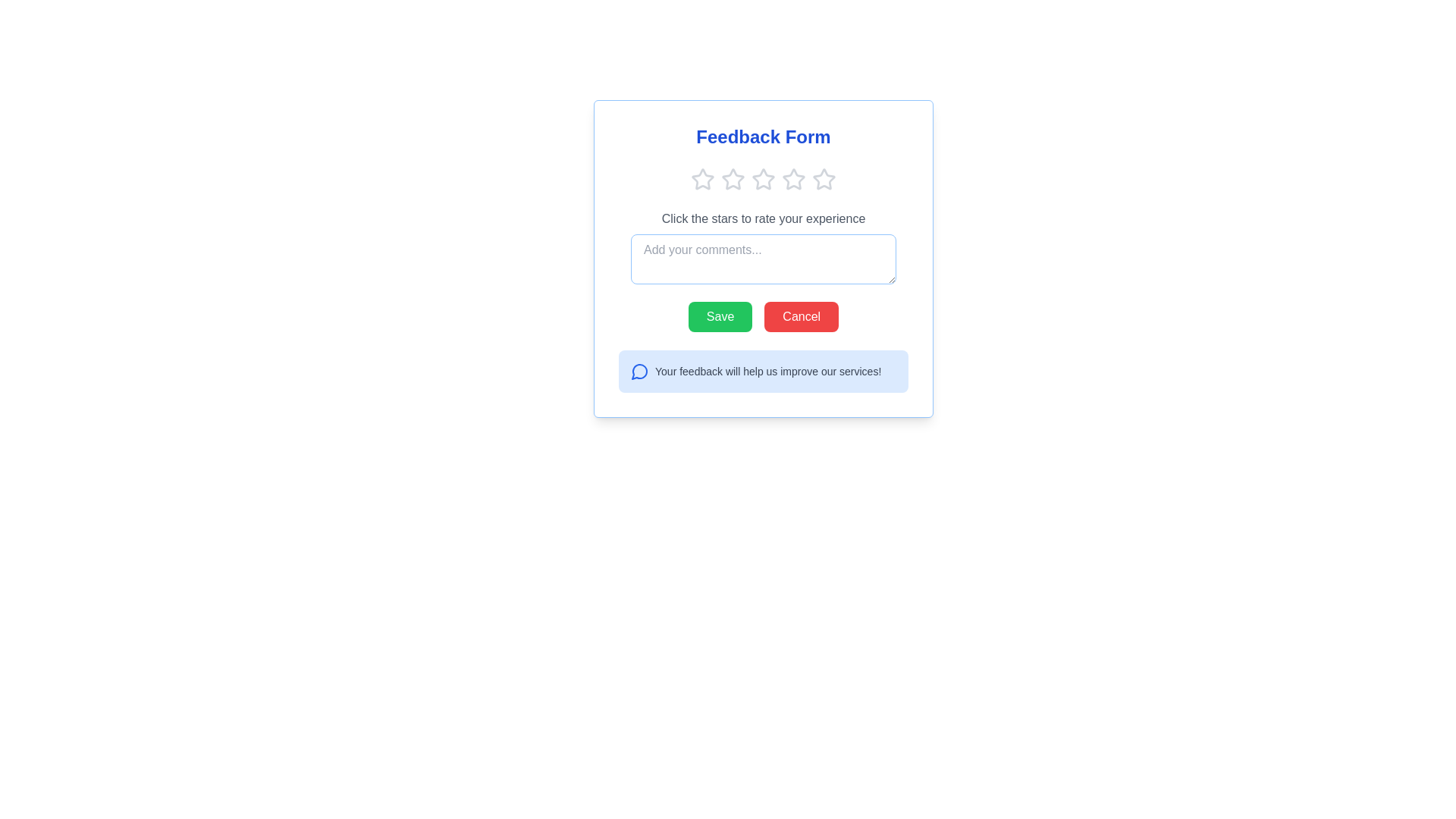 Image resolution: width=1456 pixels, height=819 pixels. Describe the element at coordinates (732, 177) in the screenshot. I see `the second star icon in the rating system` at that location.